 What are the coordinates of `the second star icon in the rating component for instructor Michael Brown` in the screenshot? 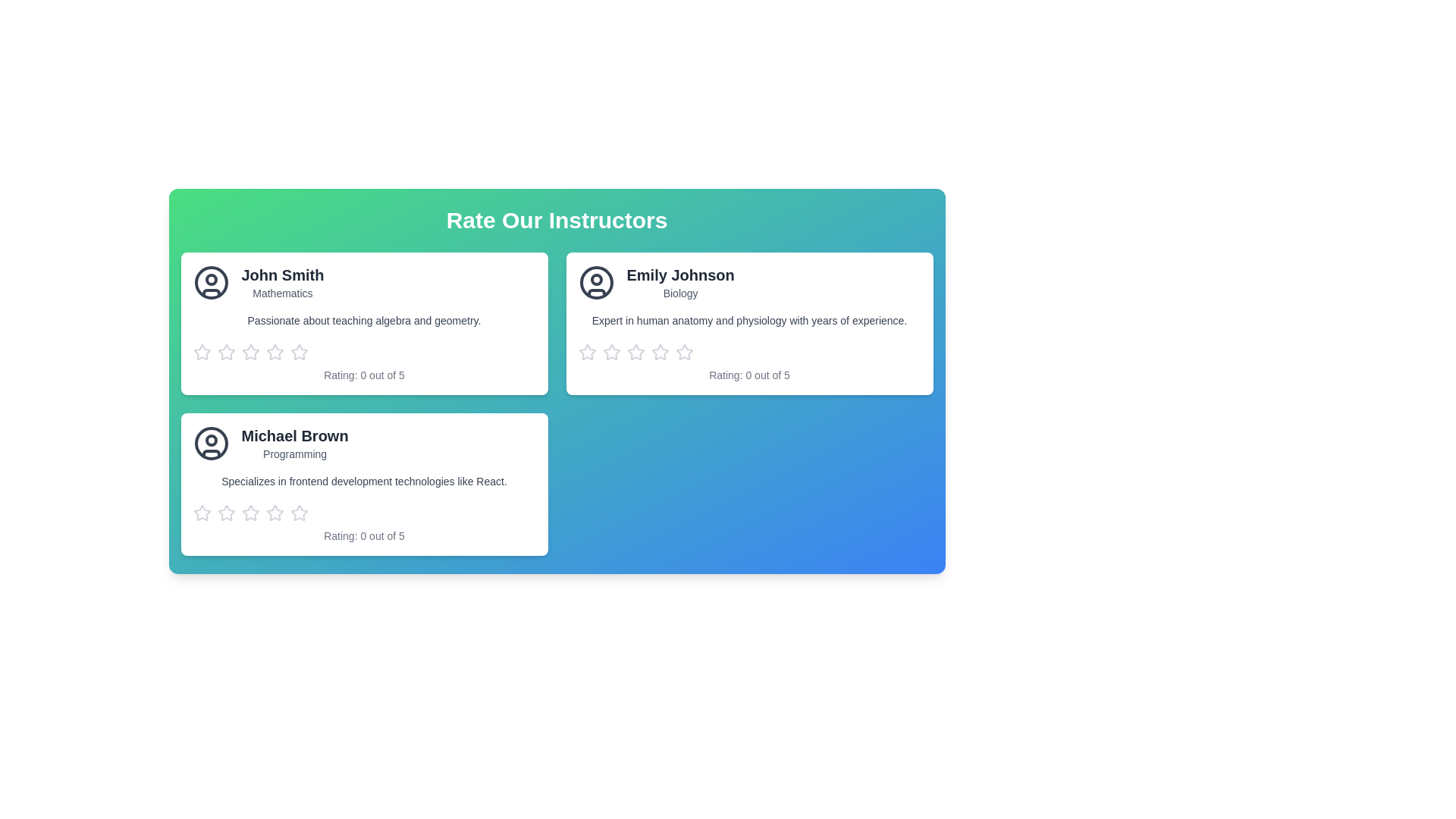 It's located at (275, 512).